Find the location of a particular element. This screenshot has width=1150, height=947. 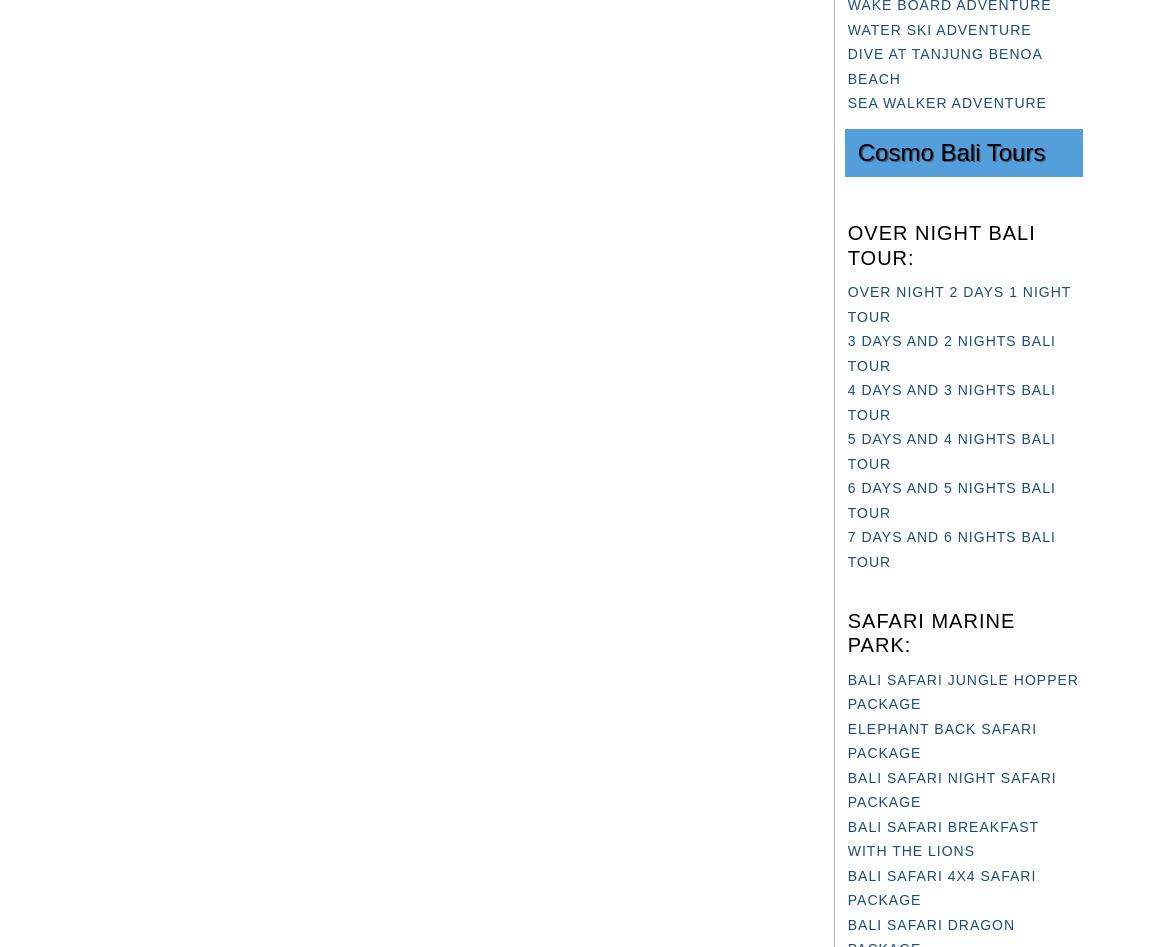

'5 DAYS AND 4 NIGHTS BALI TOUR' is located at coordinates (951, 450).